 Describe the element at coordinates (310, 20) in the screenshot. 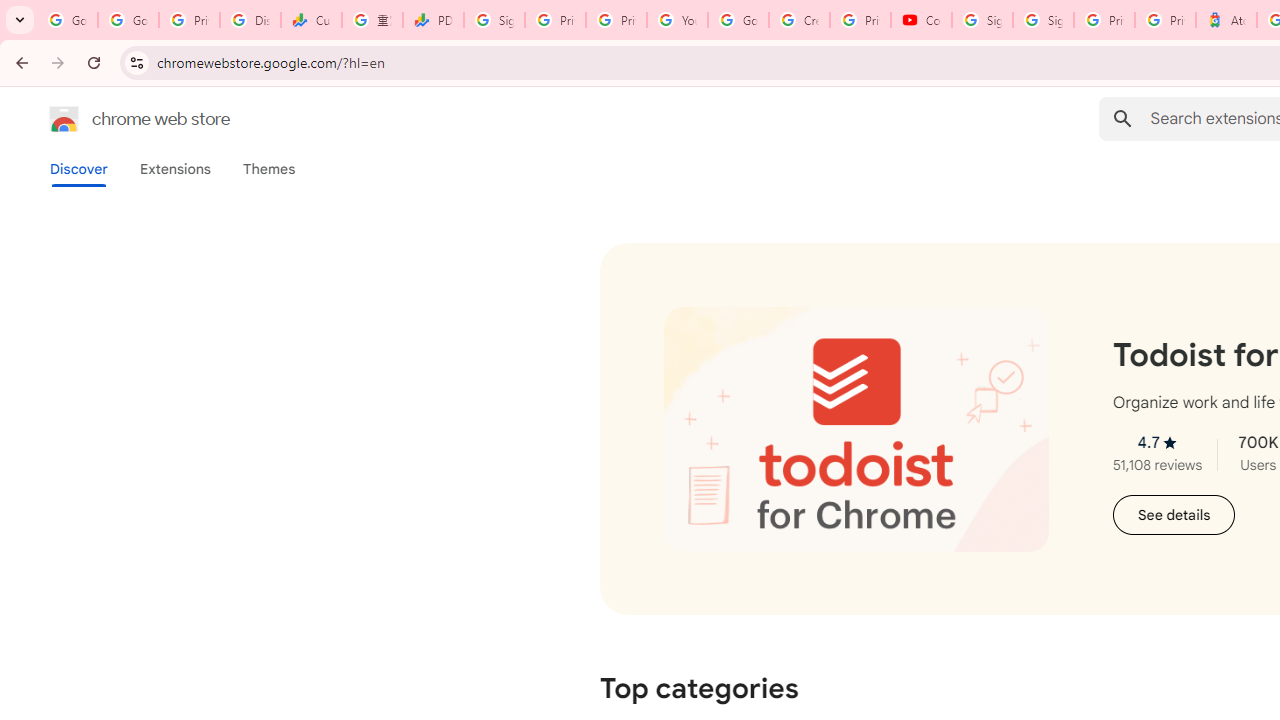

I see `'Currencies - Google Finance'` at that location.